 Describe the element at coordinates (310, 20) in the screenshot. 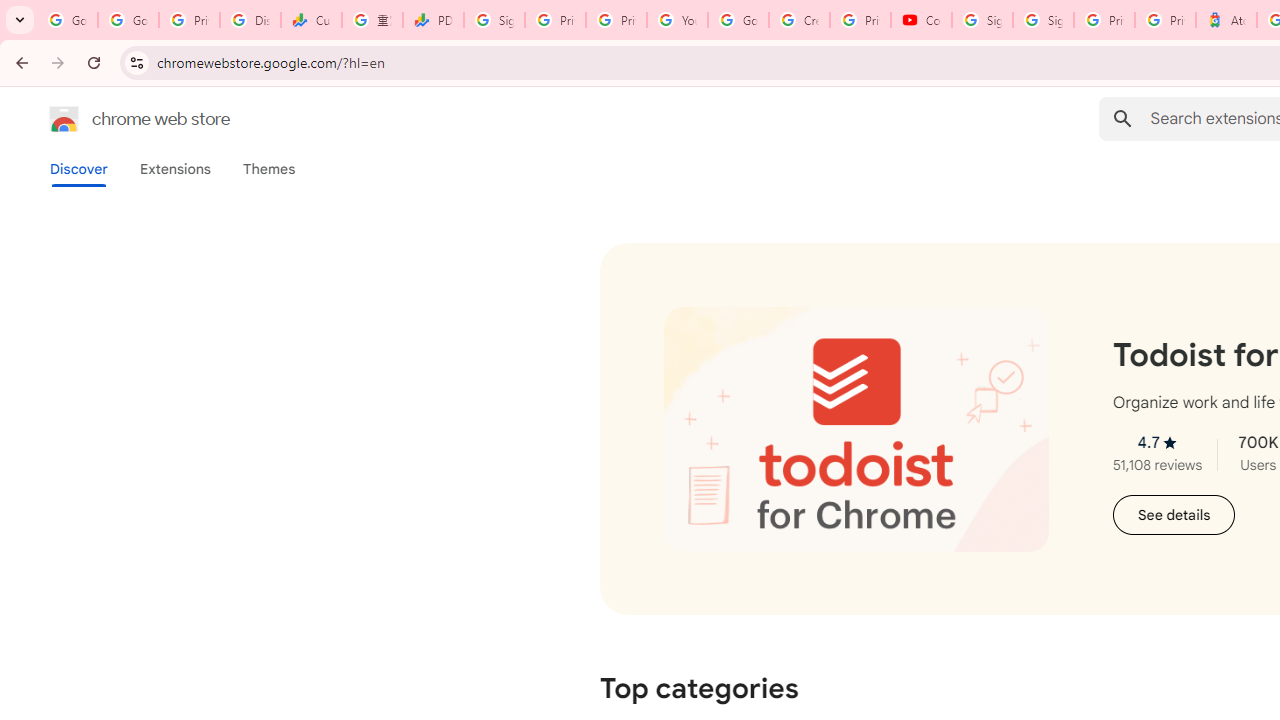

I see `'Currencies - Google Finance'` at that location.